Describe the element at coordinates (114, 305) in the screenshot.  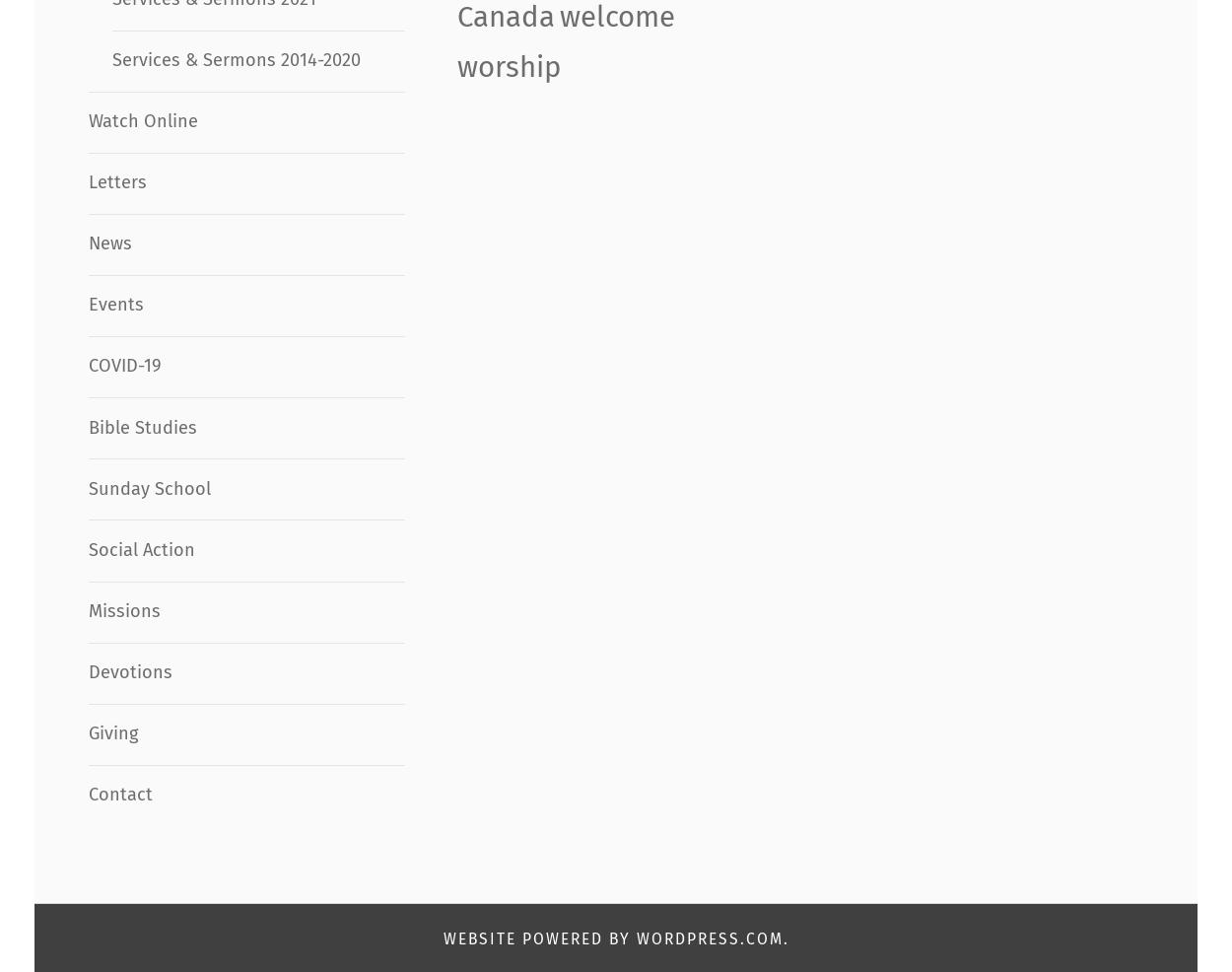
I see `'Events'` at that location.